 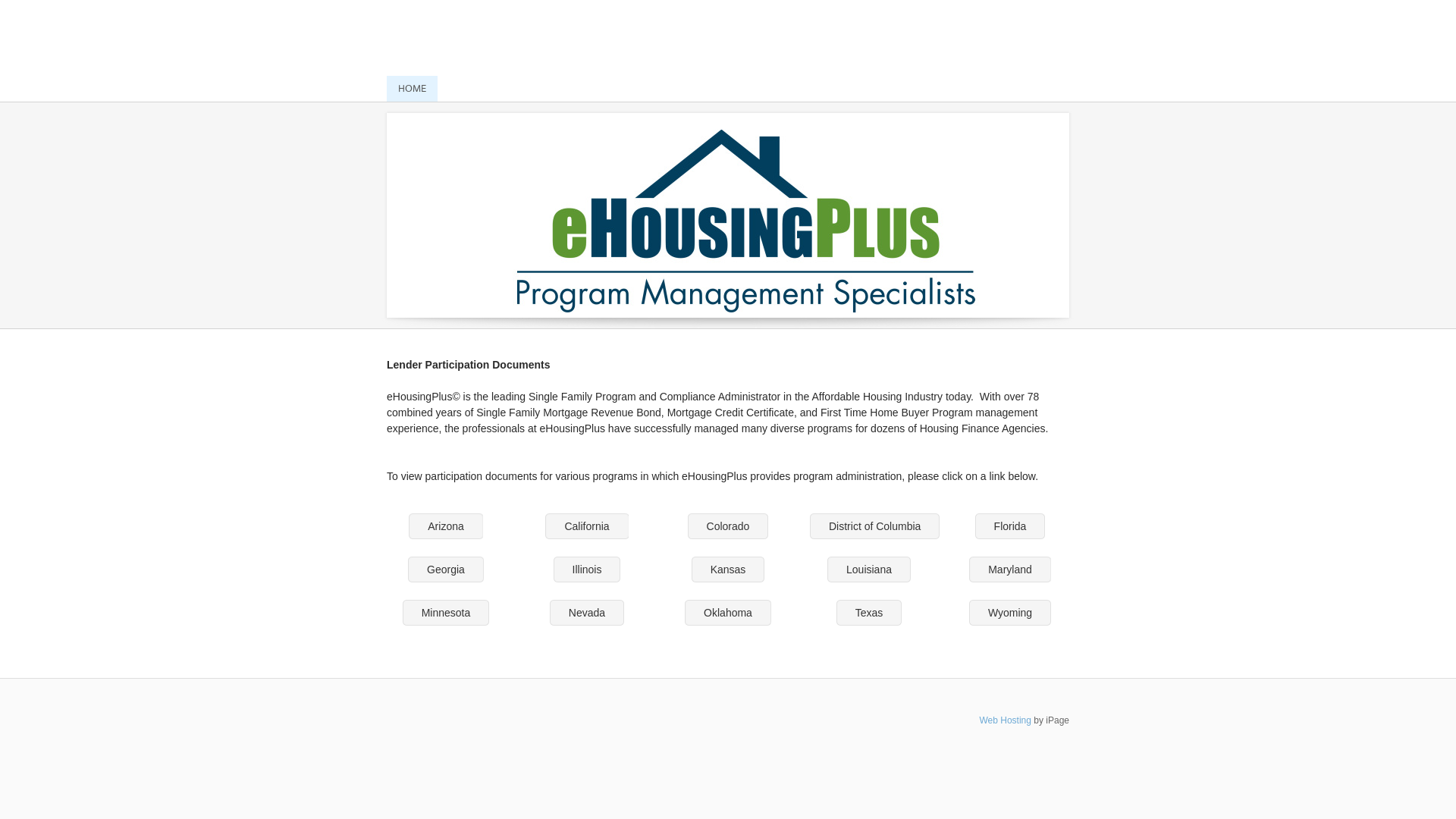 What do you see at coordinates (412, 88) in the screenshot?
I see `'HOME'` at bounding box center [412, 88].